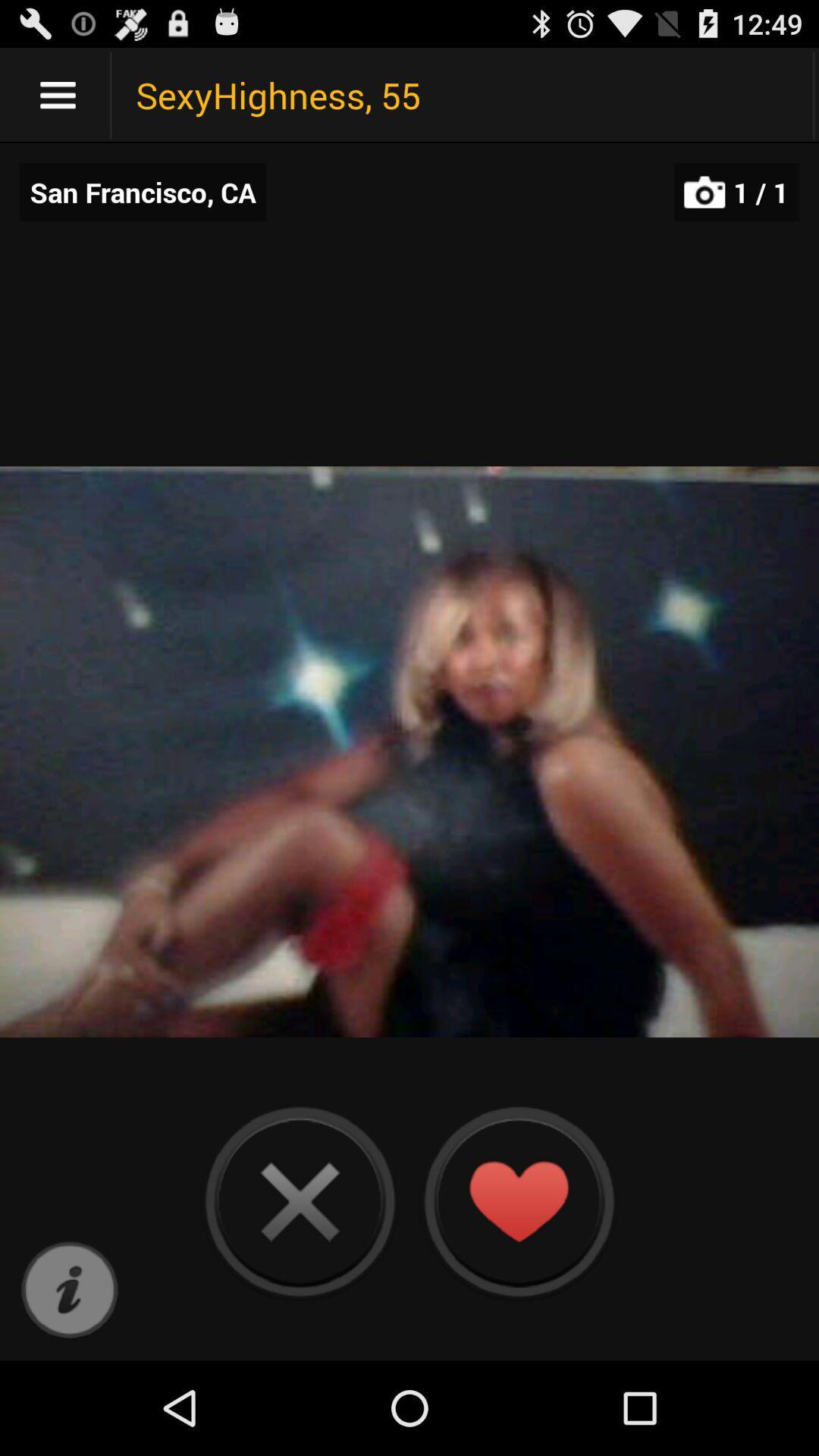  Describe the element at coordinates (69, 1290) in the screenshot. I see `more information` at that location.